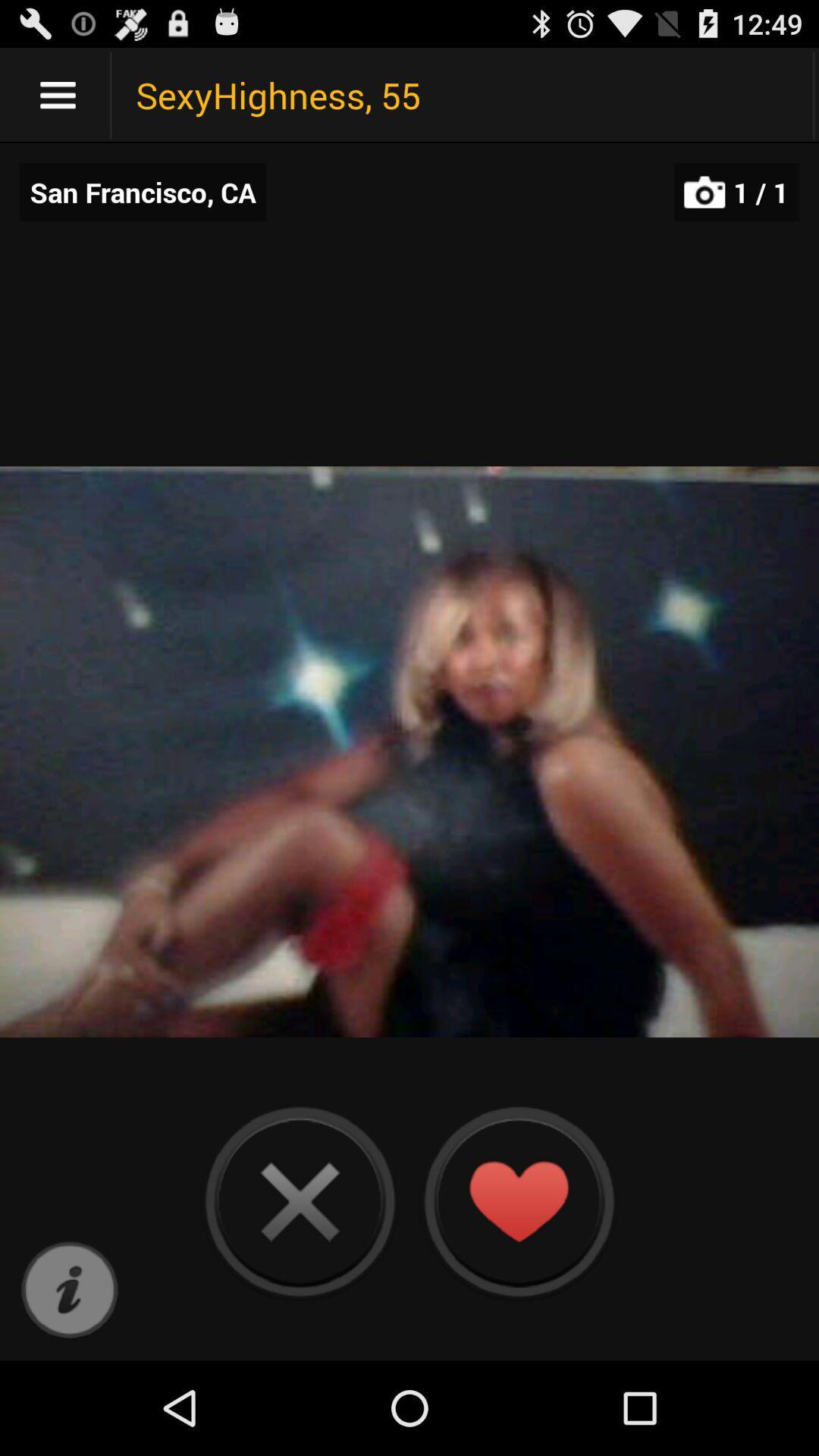  Describe the element at coordinates (69, 1290) in the screenshot. I see `more information` at that location.